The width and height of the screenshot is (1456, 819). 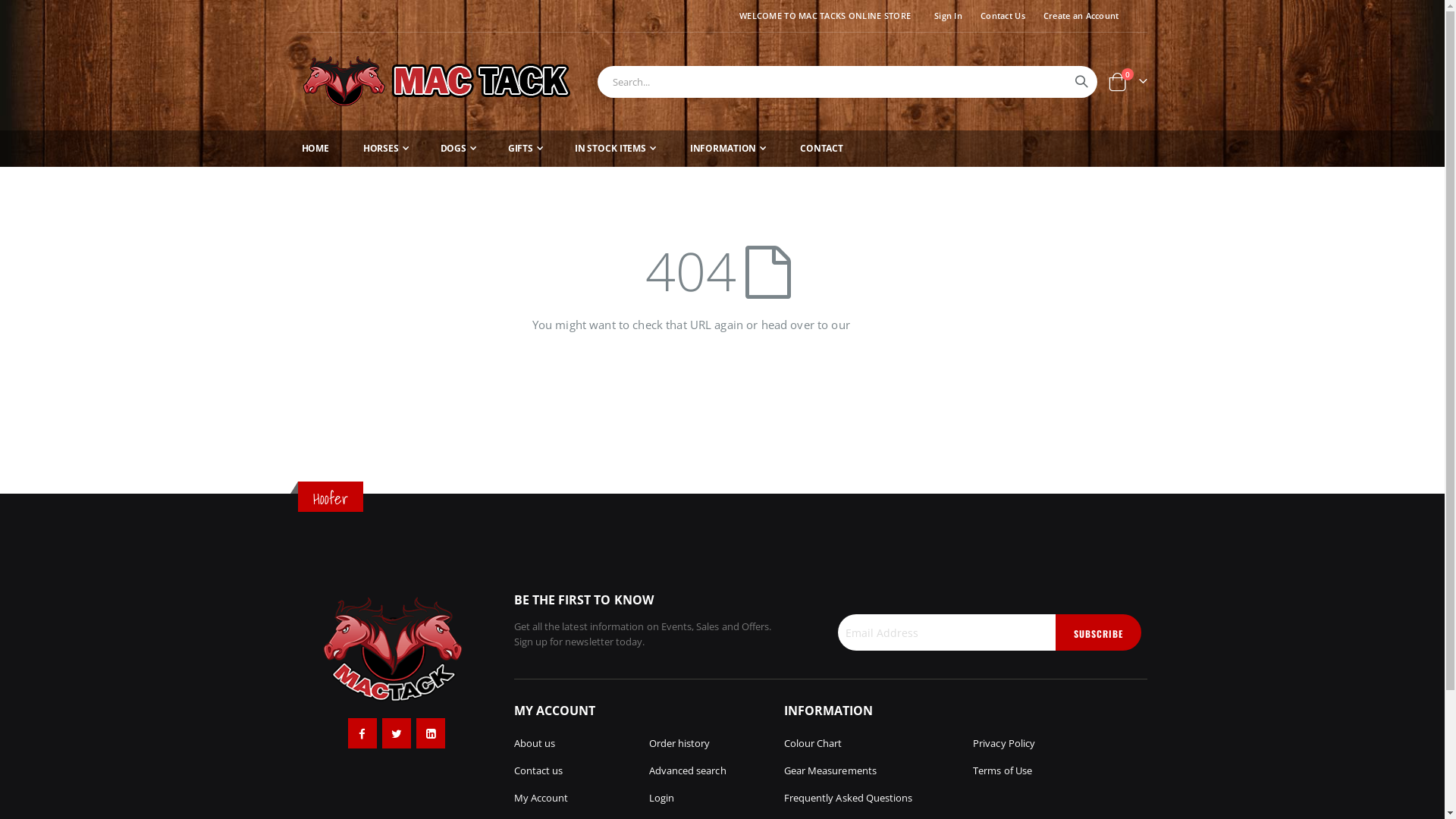 I want to click on 'Facebook', so click(x=347, y=733).